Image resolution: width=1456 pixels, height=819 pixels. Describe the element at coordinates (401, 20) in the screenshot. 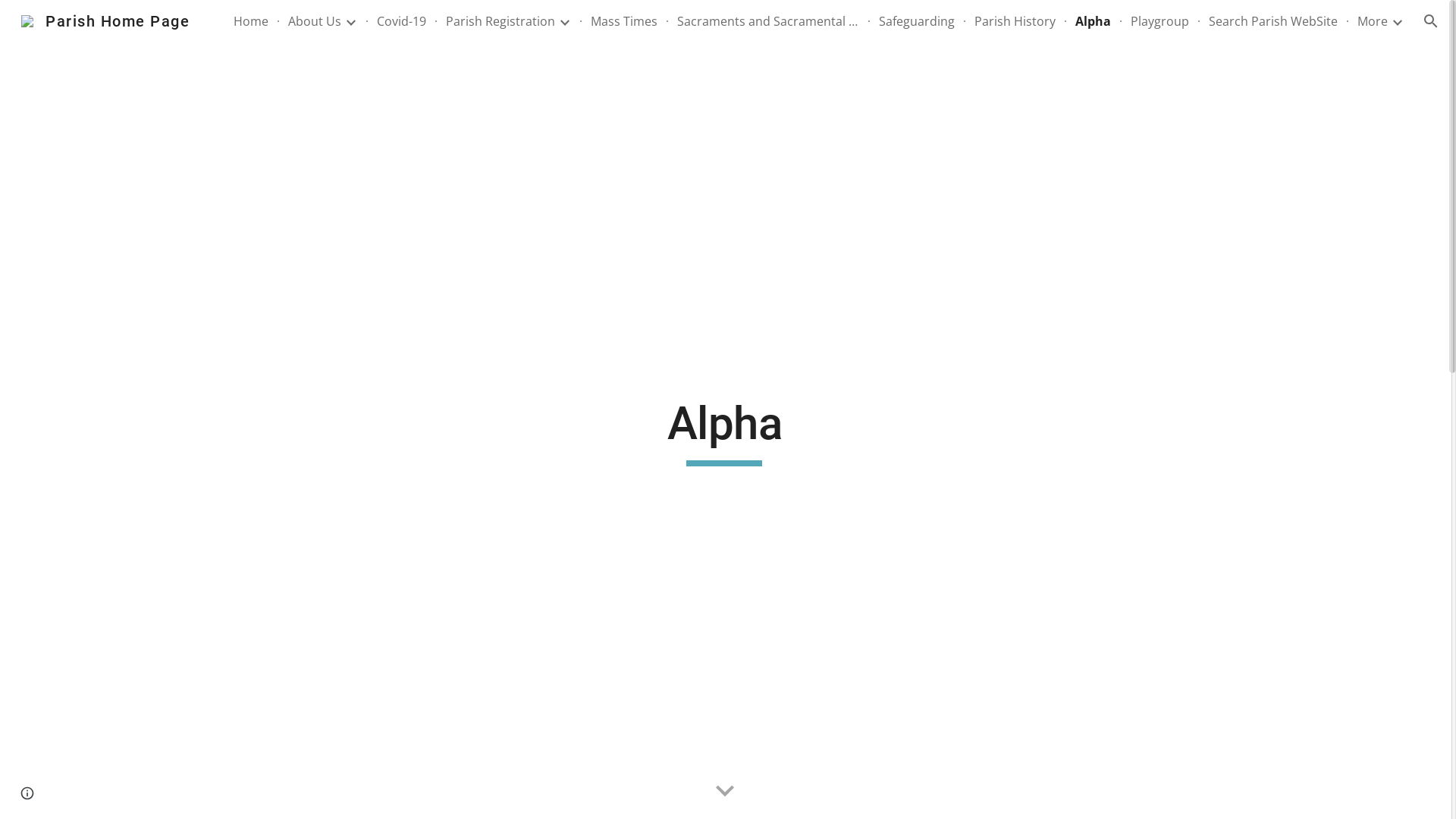

I see `'Covid-19'` at that location.